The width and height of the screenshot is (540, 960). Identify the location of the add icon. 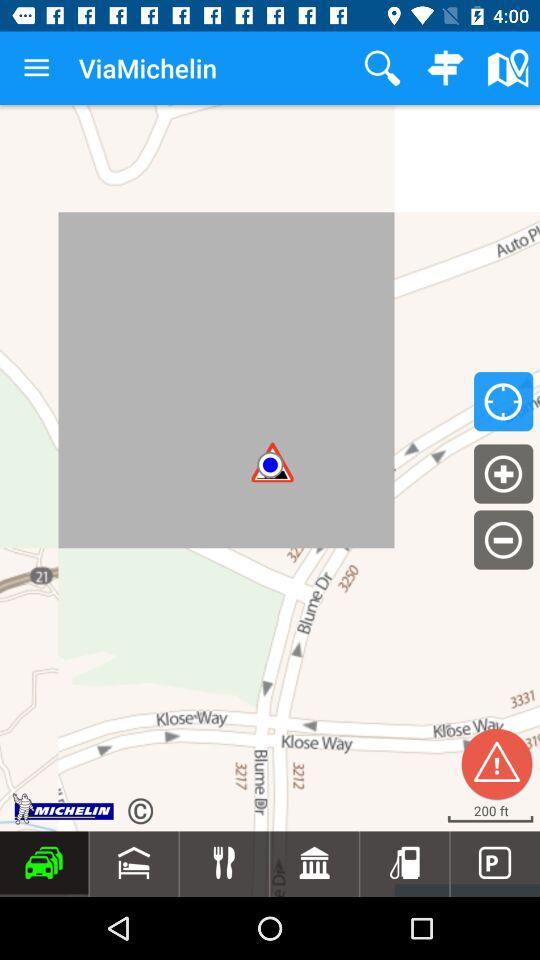
(502, 473).